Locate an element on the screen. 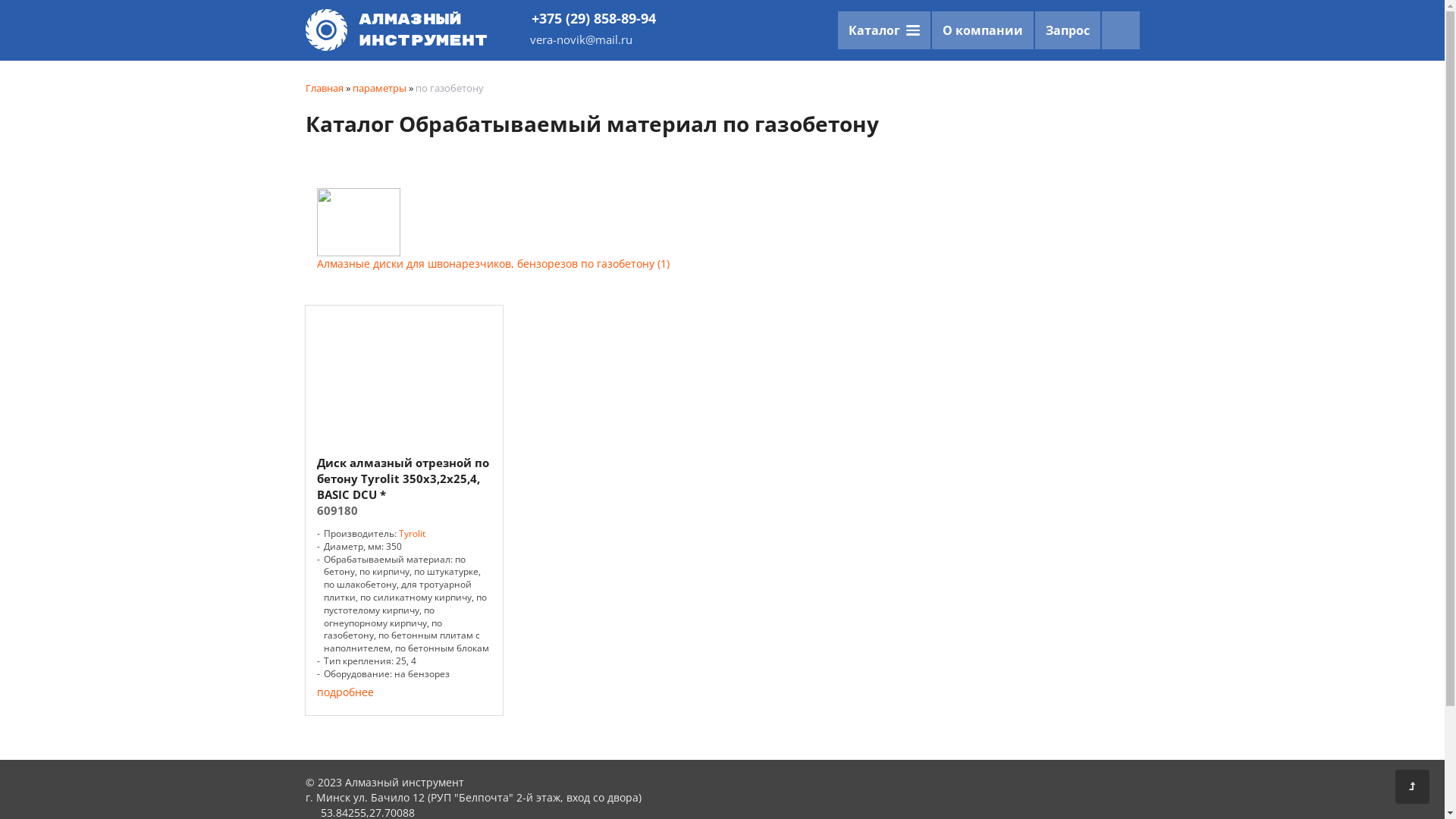 The width and height of the screenshot is (1456, 819). 'vera-novik@mail.ru' is located at coordinates (585, 39).